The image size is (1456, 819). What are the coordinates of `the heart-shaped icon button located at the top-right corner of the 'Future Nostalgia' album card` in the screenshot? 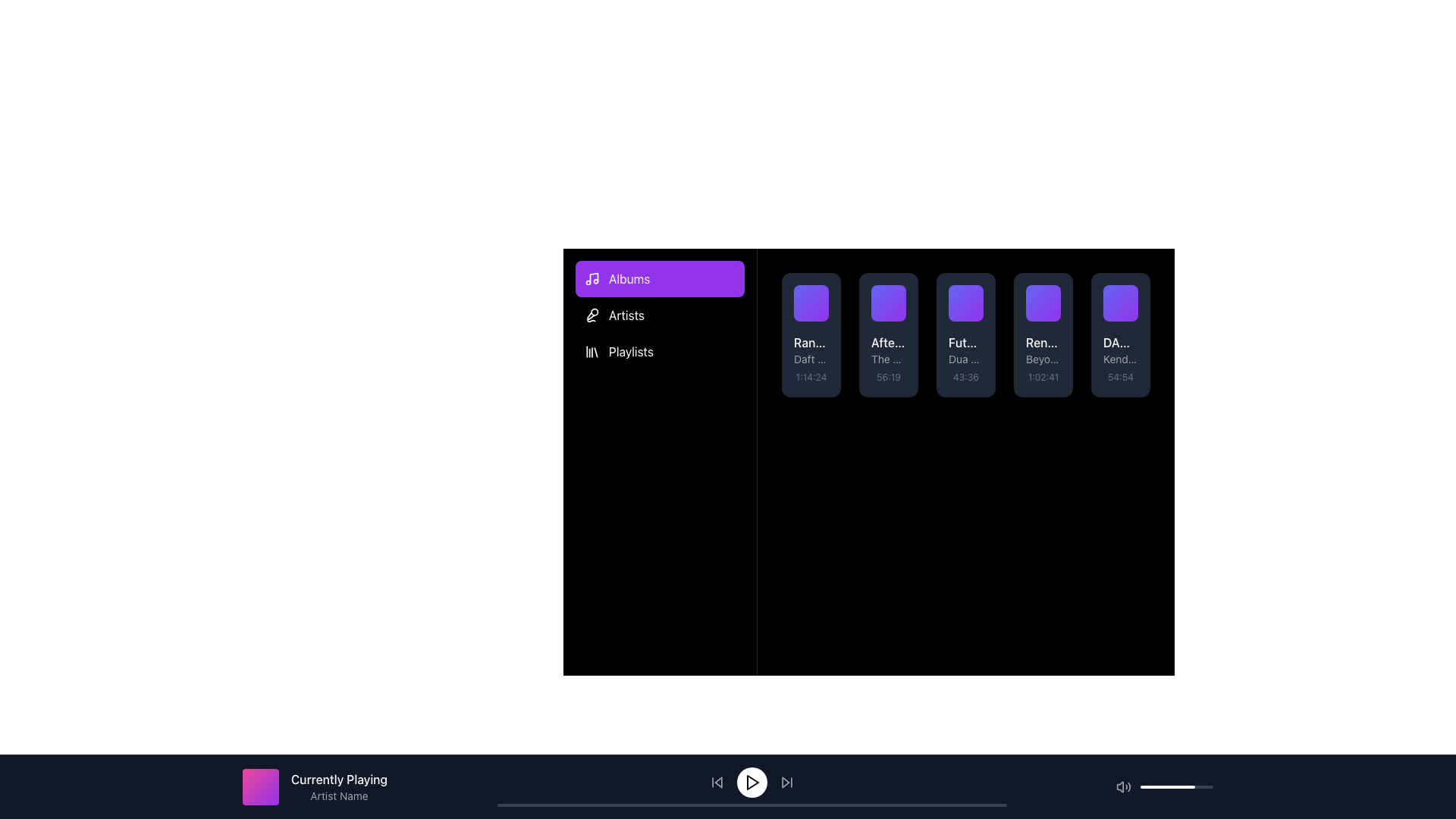 It's located at (974, 294).